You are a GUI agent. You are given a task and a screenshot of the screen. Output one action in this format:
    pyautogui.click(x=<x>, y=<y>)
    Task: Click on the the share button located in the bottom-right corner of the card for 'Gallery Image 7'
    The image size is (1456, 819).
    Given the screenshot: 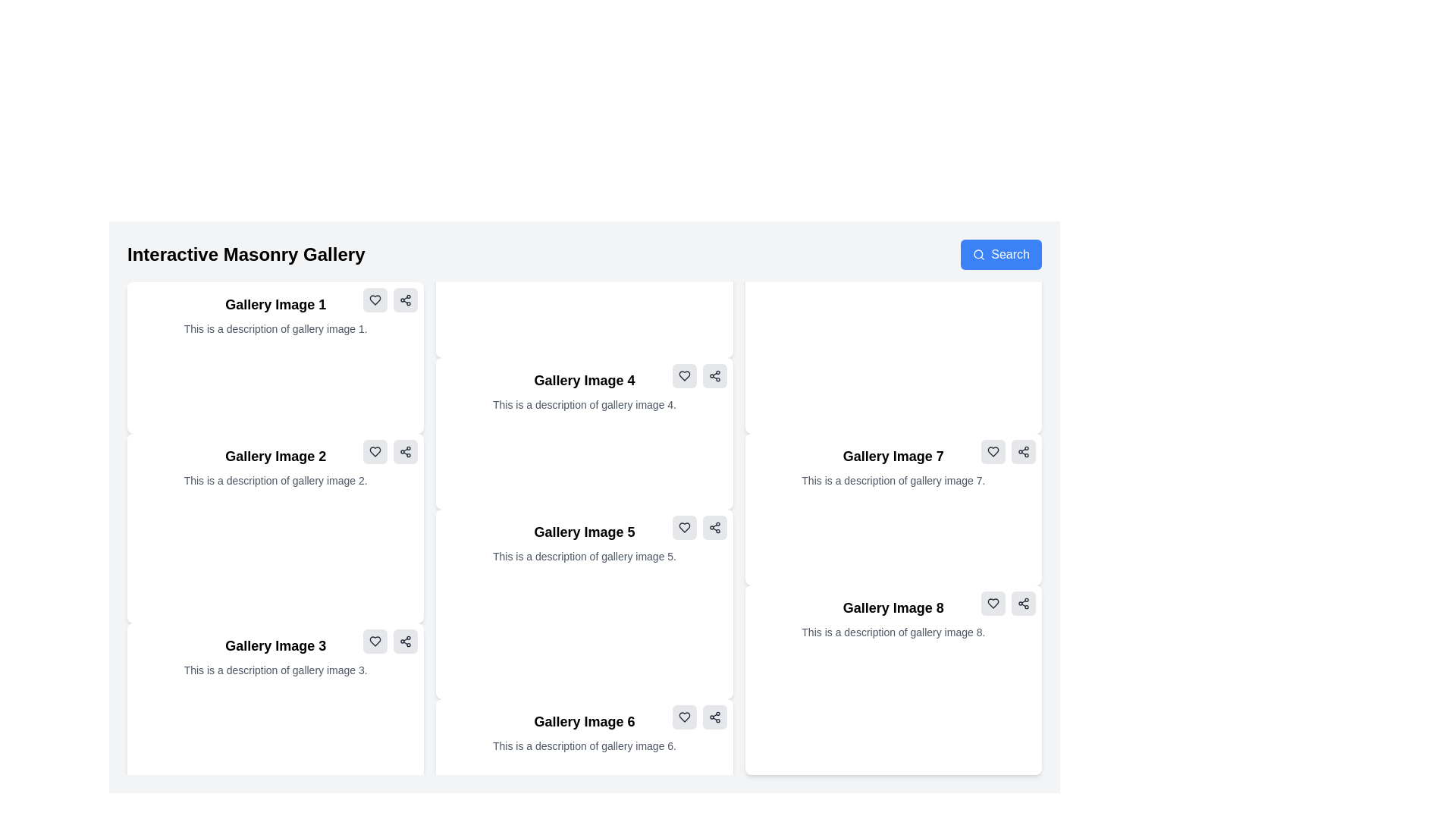 What is the action you would take?
    pyautogui.click(x=1023, y=451)
    